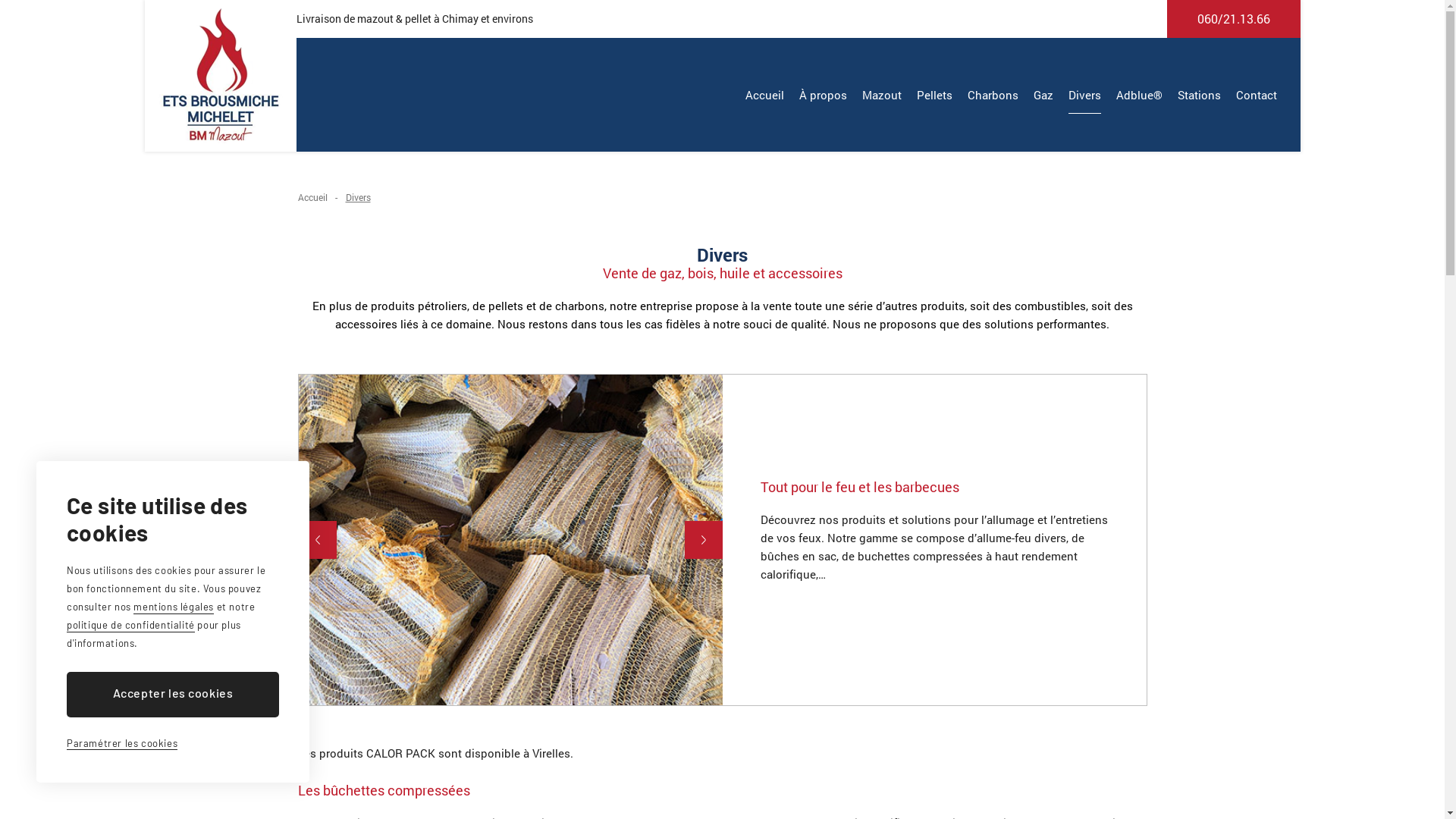 The width and height of the screenshot is (1456, 819). What do you see at coordinates (357, 196) in the screenshot?
I see `'Divers'` at bounding box center [357, 196].